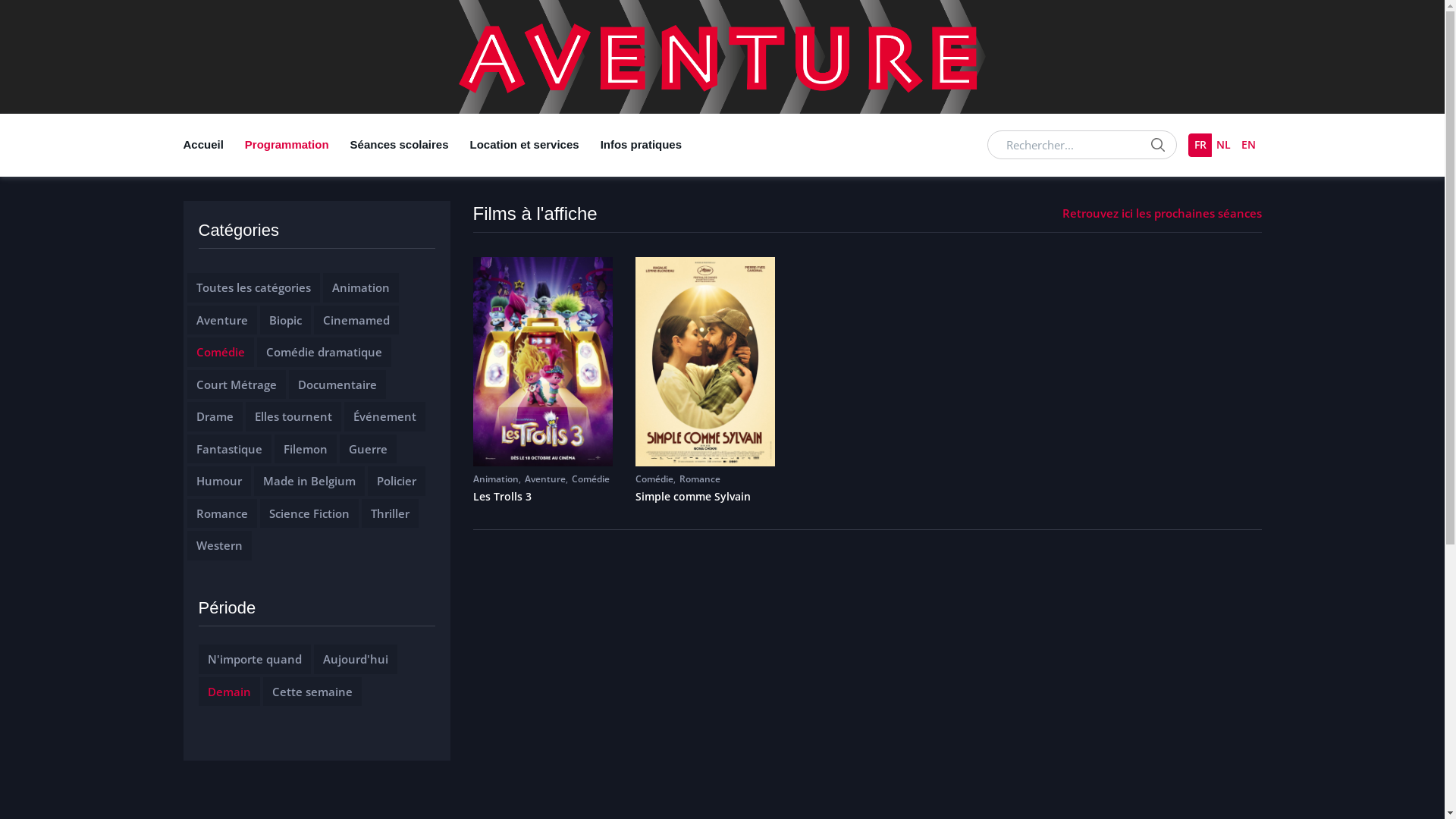 The height and width of the screenshot is (819, 1456). What do you see at coordinates (336, 383) in the screenshot?
I see `'Documentaire'` at bounding box center [336, 383].